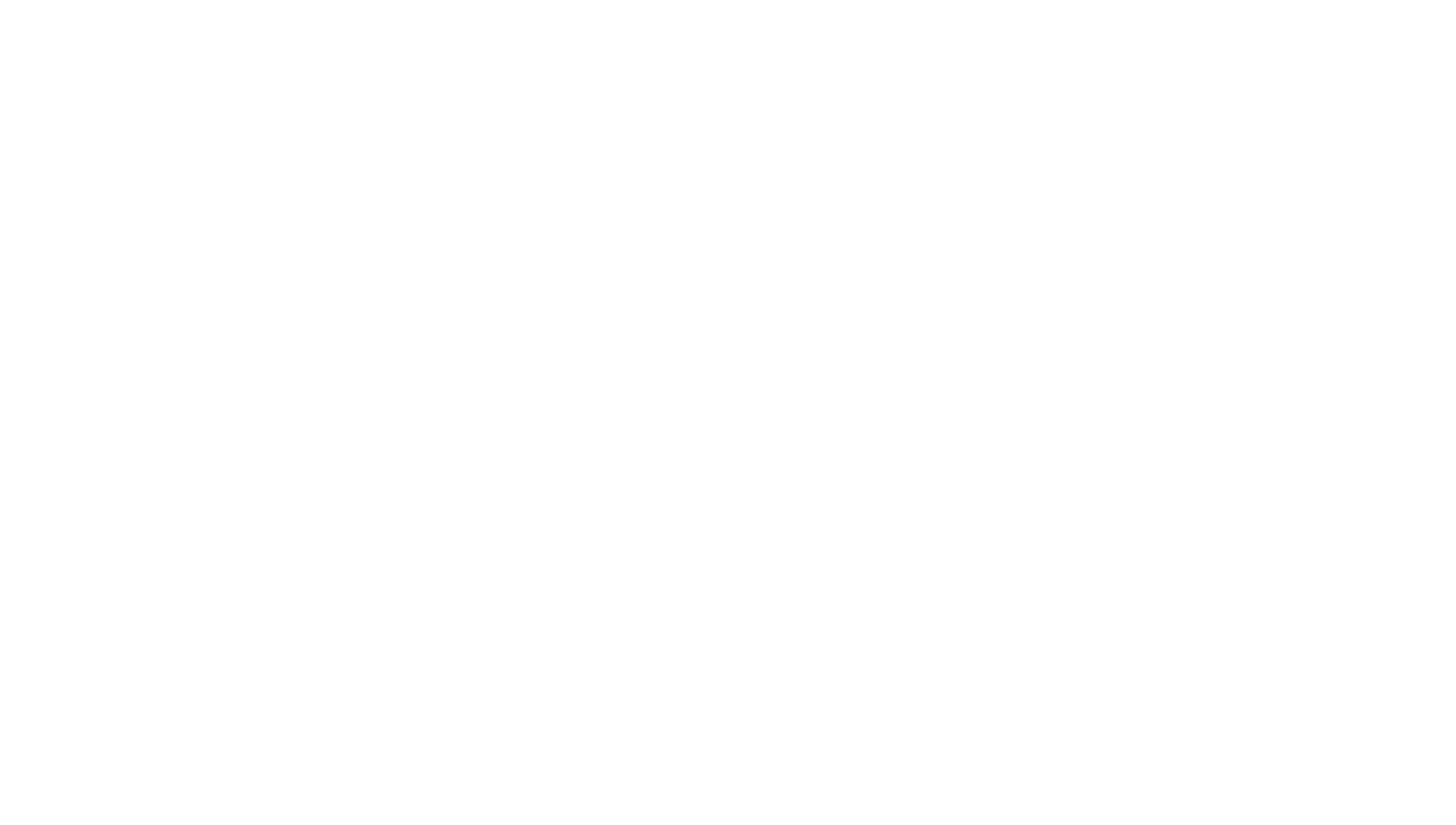 This screenshot has width=1456, height=825. Describe the element at coordinates (520, 643) in the screenshot. I see `'Microphones'` at that location.